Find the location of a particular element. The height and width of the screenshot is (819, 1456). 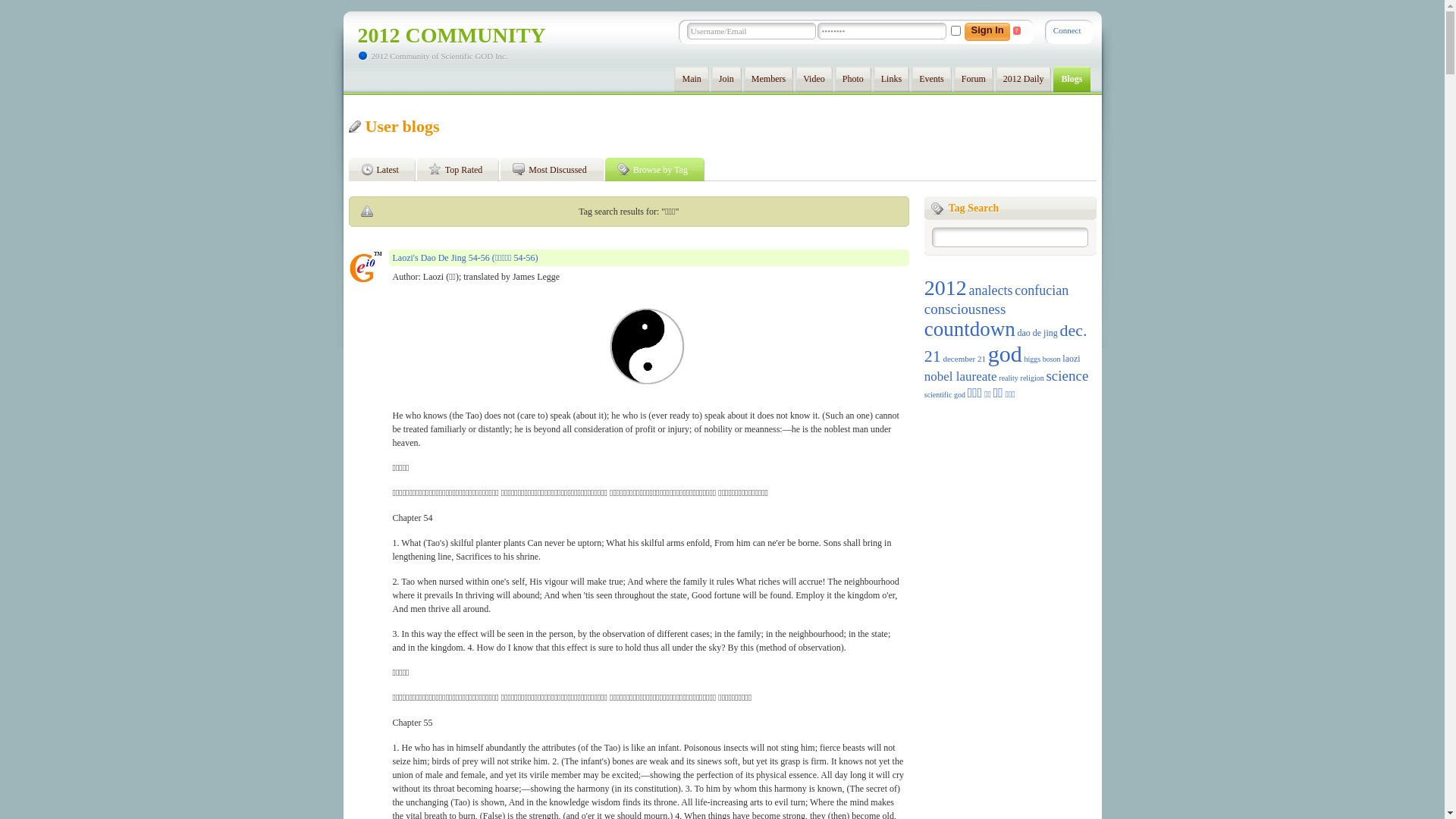

'Join' is located at coordinates (726, 79).